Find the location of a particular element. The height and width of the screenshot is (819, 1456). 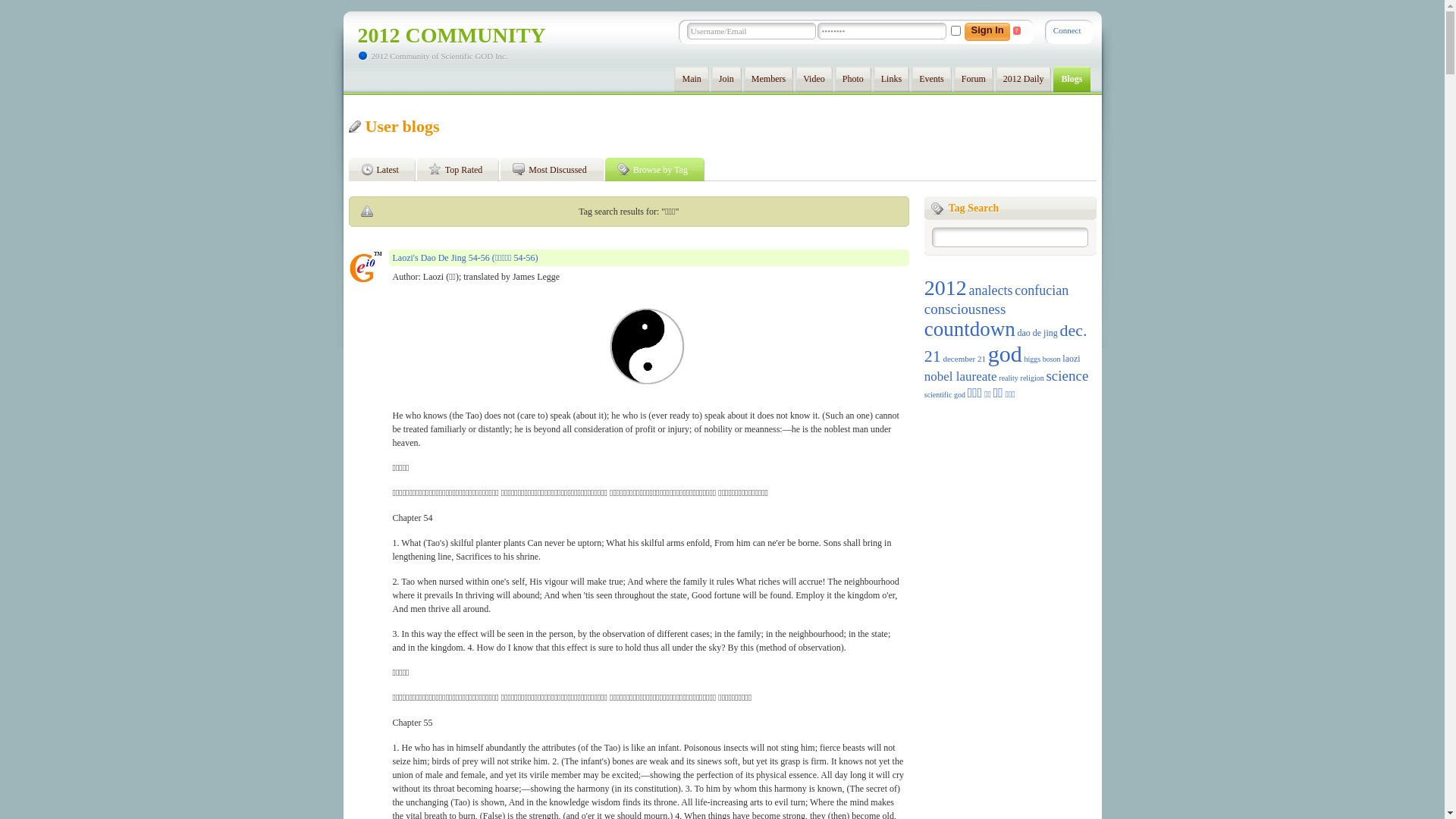

'Join' is located at coordinates (726, 79).